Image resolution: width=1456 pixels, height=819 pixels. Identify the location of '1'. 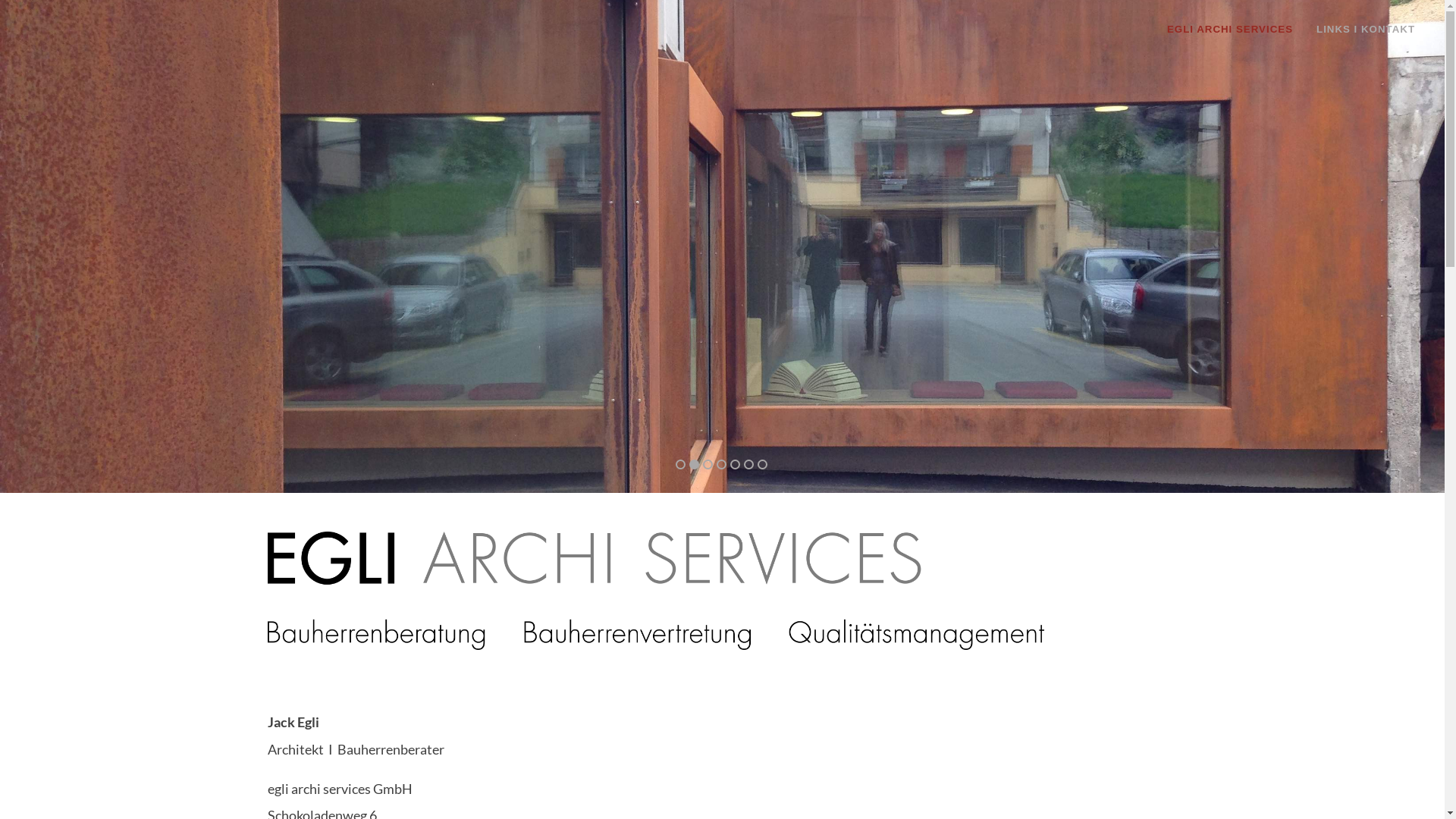
(671, 463).